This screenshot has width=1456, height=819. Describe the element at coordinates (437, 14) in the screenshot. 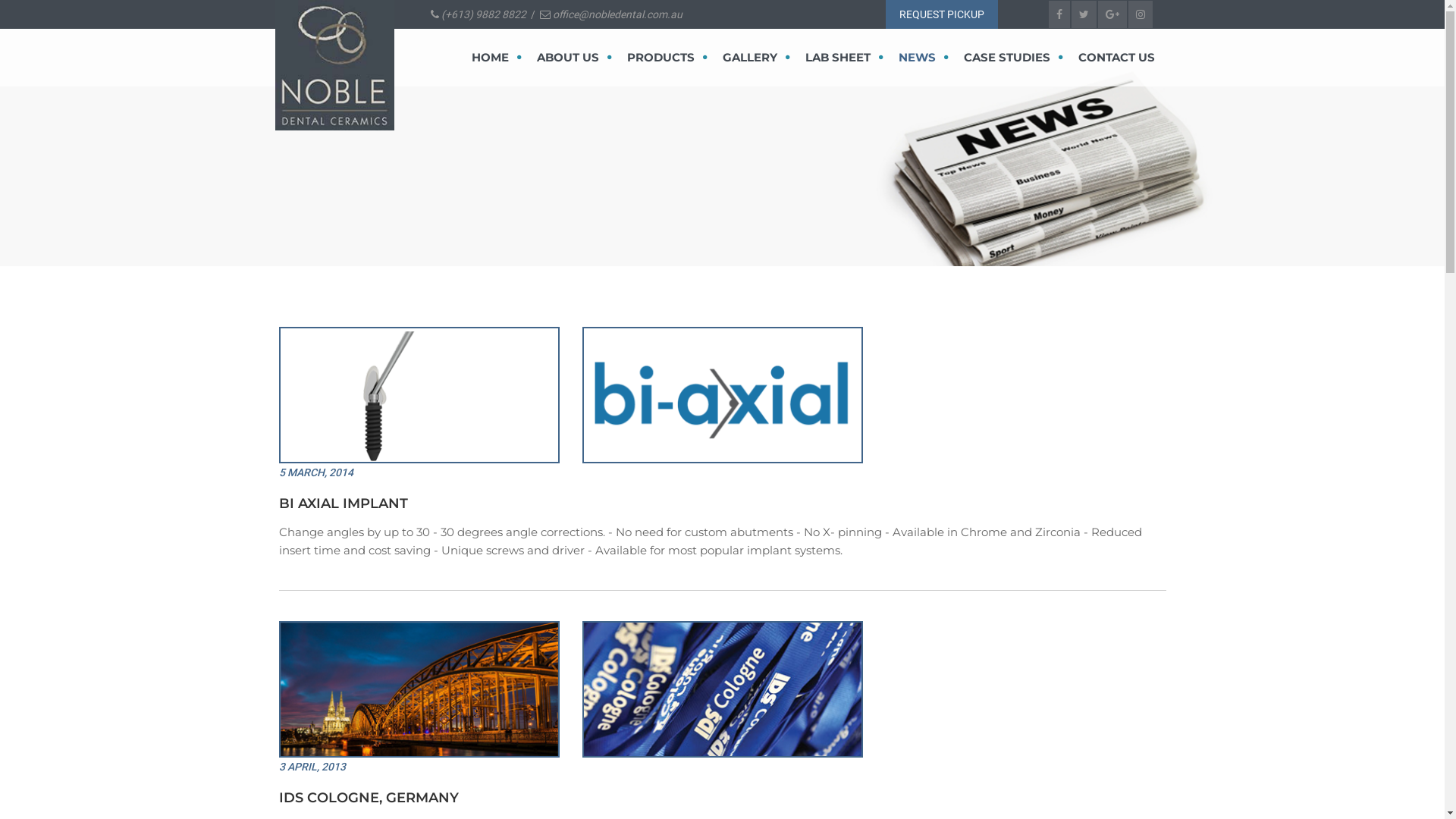

I see `'(+613) 9882 8822'` at that location.